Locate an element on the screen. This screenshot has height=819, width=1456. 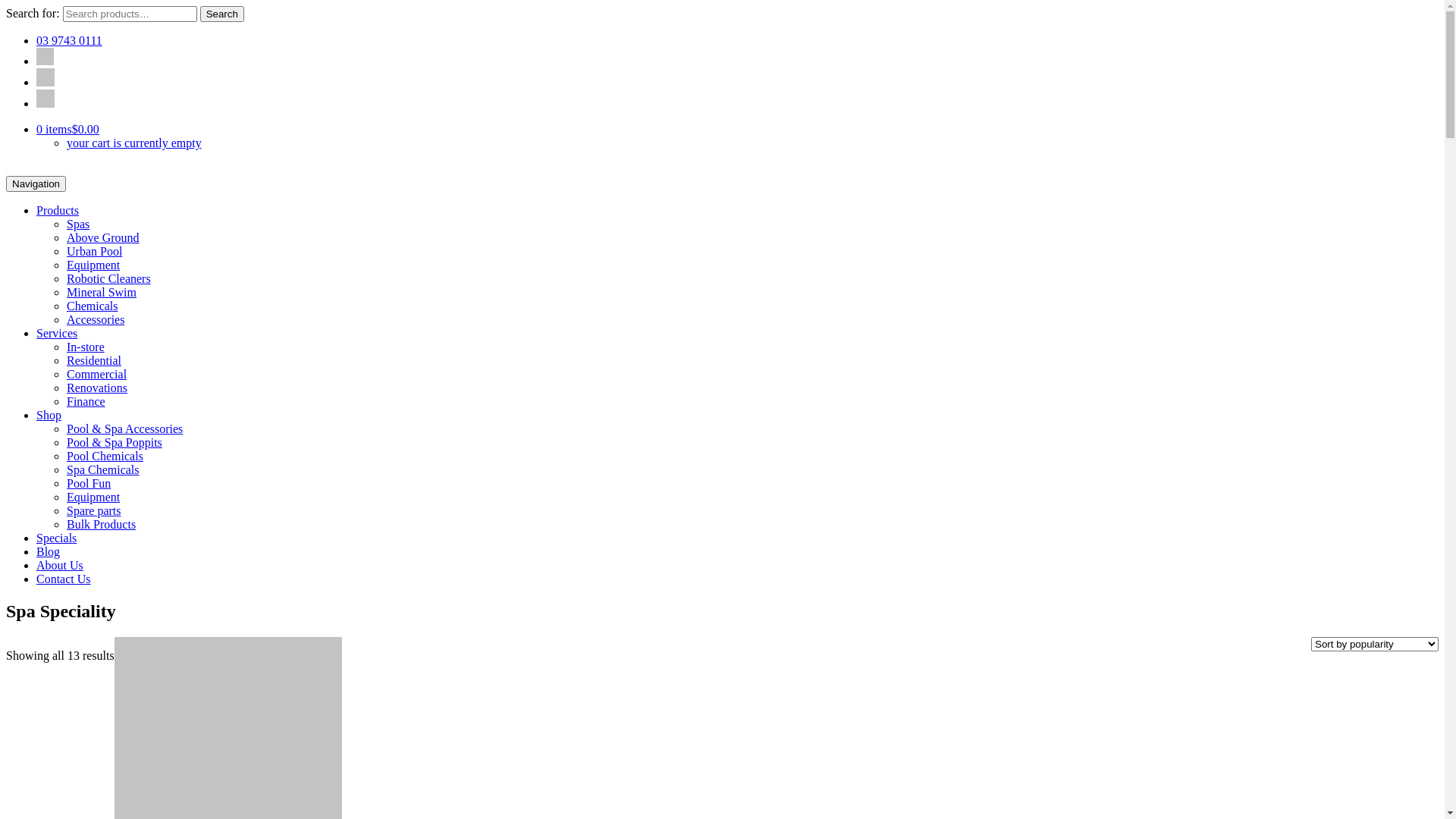
'Robotic Cleaners' is located at coordinates (108, 278).